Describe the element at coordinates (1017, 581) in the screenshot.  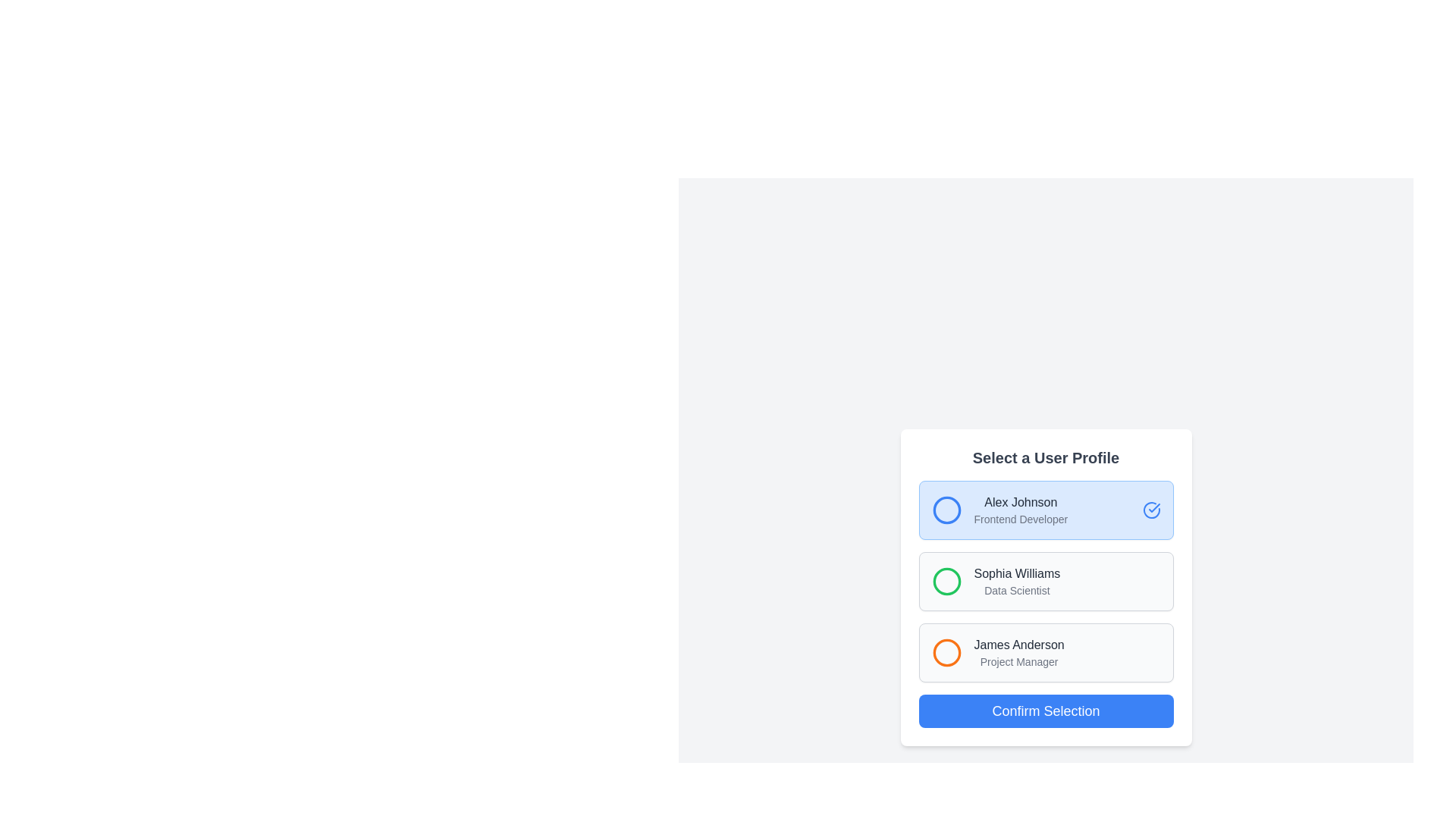
I see `the list item for 'Sophia Williams, Data Scientist'` at that location.